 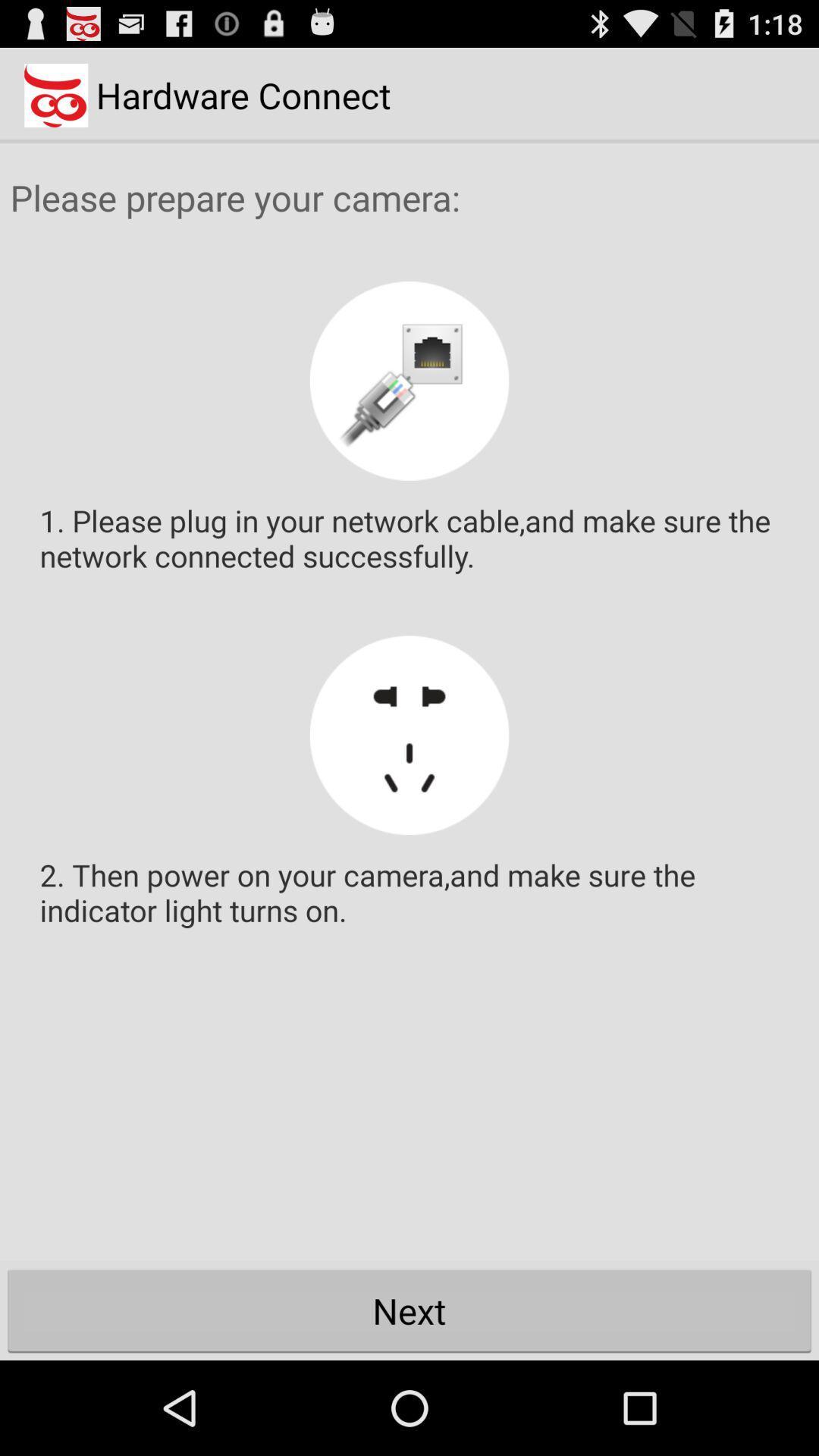 I want to click on the item at the bottom, so click(x=409, y=1310).